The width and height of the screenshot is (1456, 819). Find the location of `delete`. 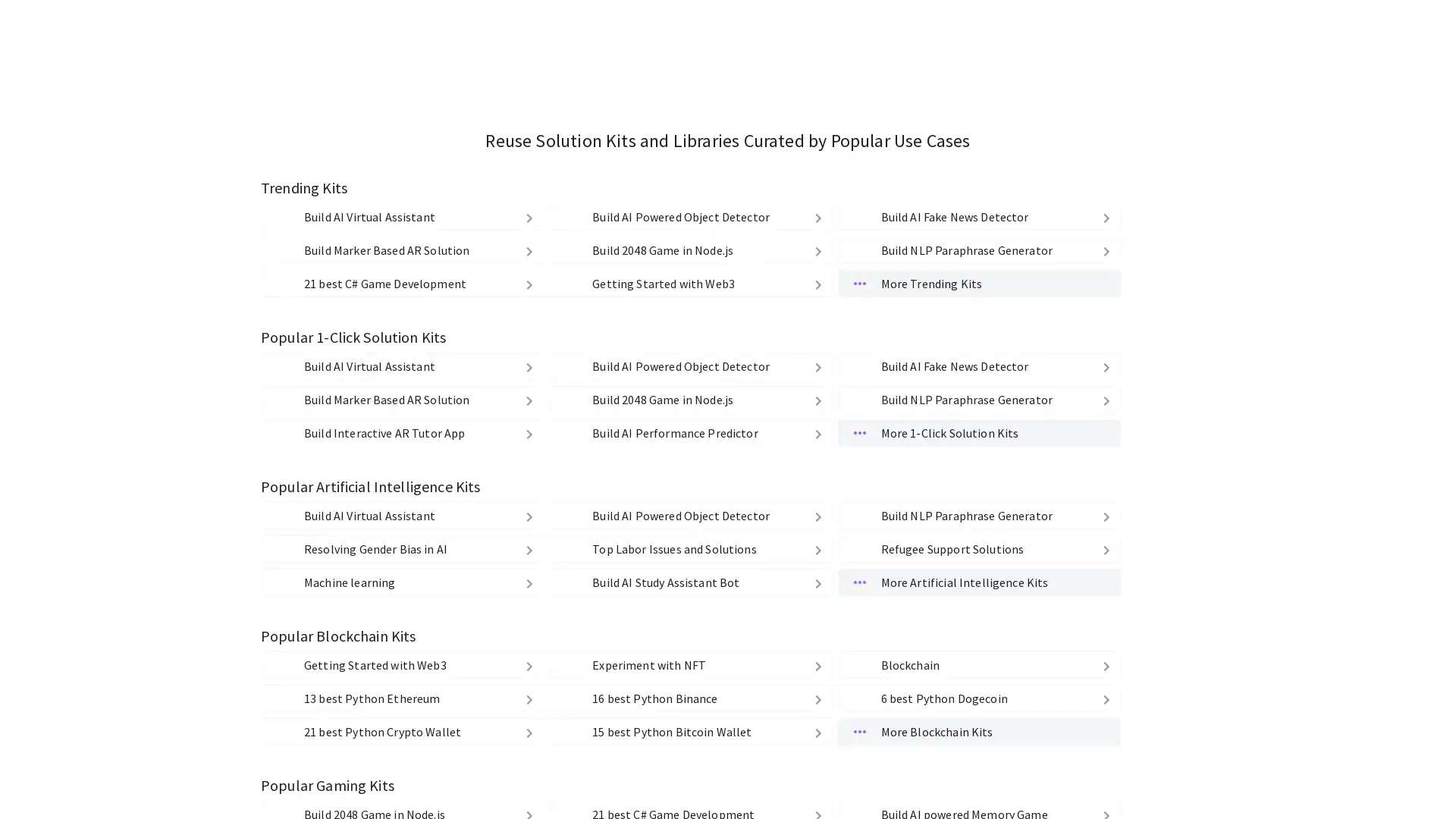

delete is located at coordinates (817, 781).